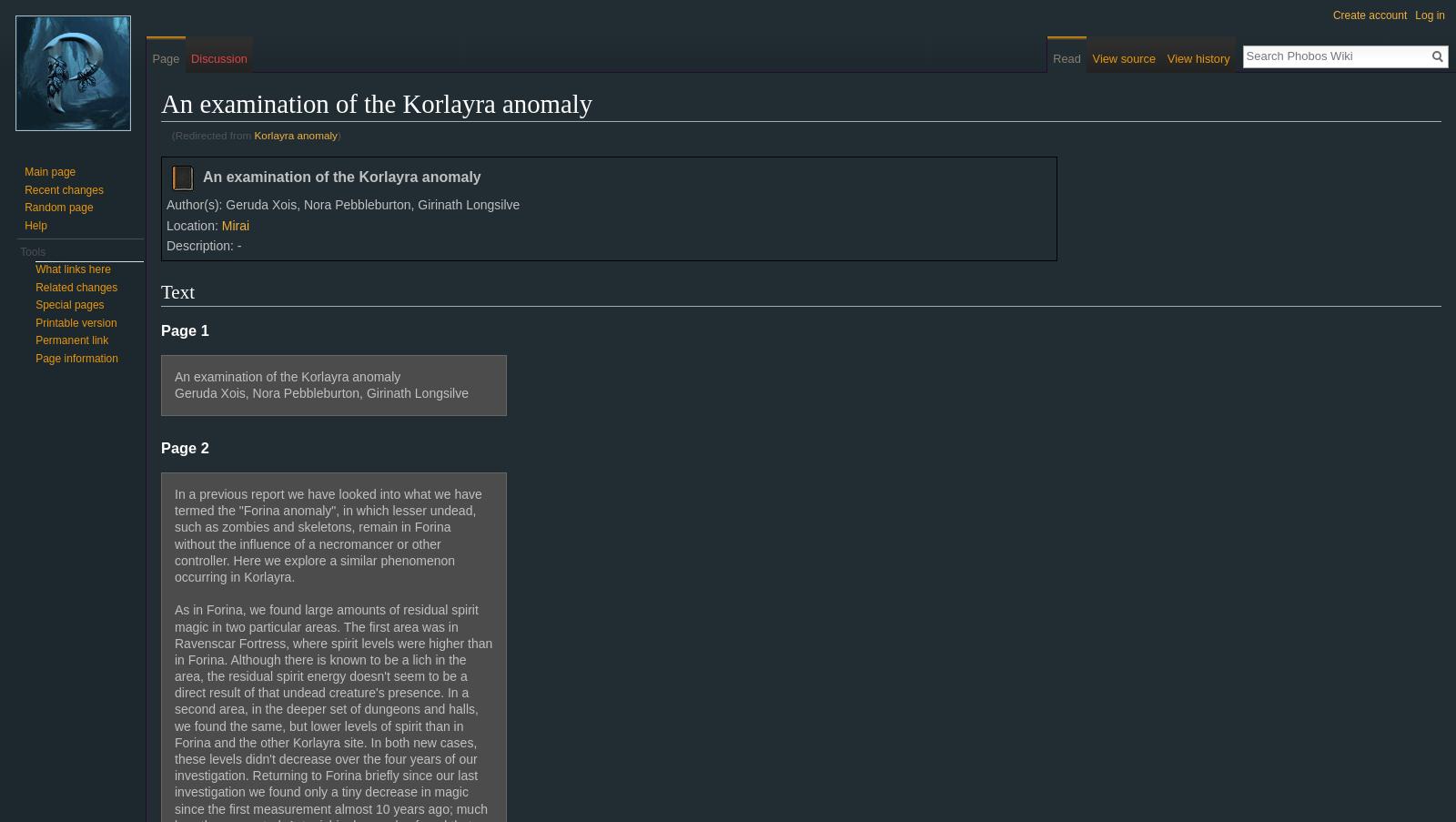  What do you see at coordinates (177, 291) in the screenshot?
I see `'Text'` at bounding box center [177, 291].